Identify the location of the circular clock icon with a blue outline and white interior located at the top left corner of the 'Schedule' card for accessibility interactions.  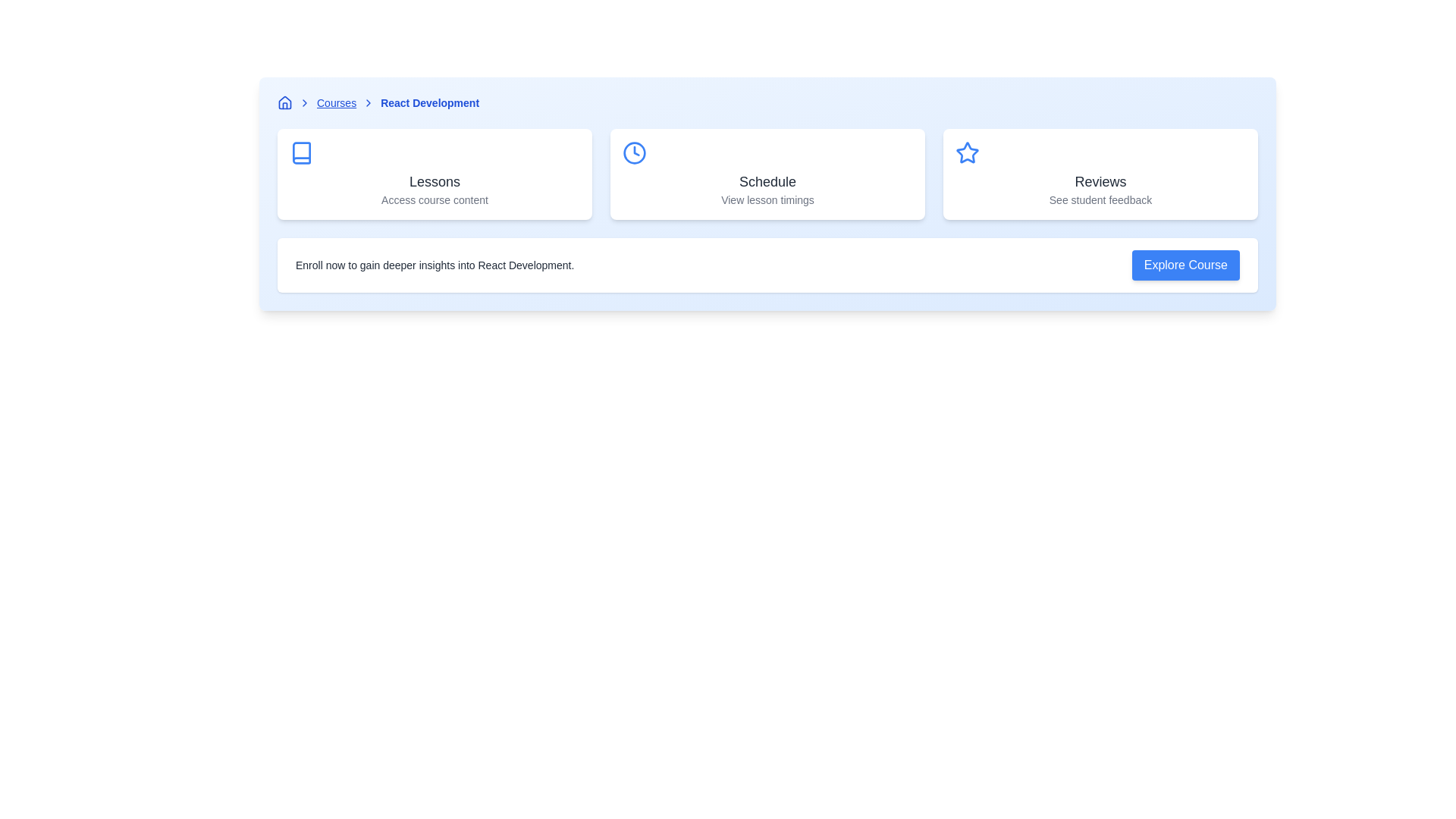
(634, 152).